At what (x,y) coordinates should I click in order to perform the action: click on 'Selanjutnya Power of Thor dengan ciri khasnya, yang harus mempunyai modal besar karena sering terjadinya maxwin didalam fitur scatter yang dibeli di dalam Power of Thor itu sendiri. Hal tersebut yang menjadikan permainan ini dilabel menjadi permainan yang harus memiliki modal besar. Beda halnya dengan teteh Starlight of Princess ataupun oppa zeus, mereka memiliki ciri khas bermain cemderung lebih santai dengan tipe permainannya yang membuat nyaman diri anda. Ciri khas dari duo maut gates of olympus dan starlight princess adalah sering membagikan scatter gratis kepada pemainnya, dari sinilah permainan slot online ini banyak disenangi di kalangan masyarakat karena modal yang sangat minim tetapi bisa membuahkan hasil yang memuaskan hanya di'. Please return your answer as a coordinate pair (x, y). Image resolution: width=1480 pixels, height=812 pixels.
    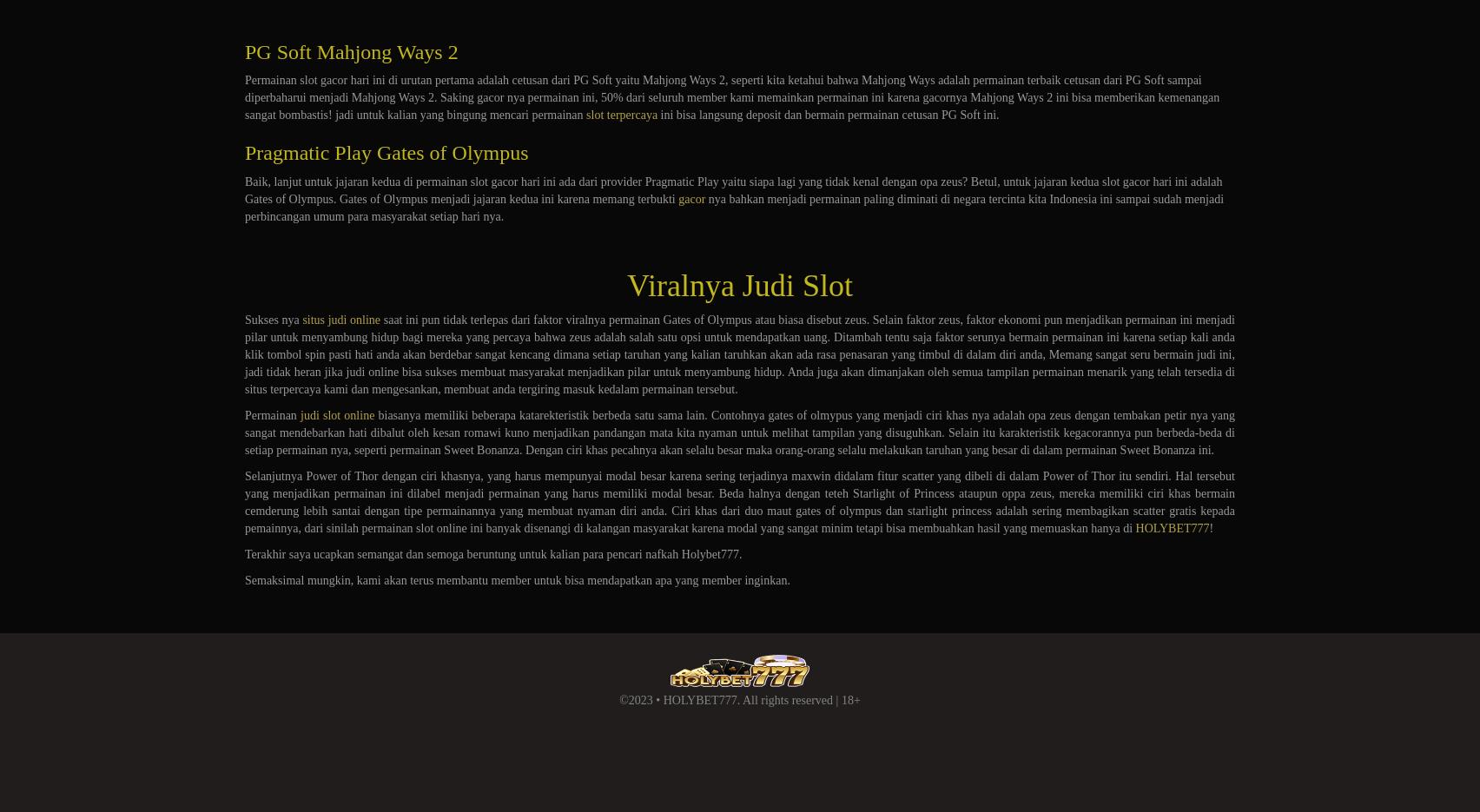
    Looking at the image, I should click on (740, 502).